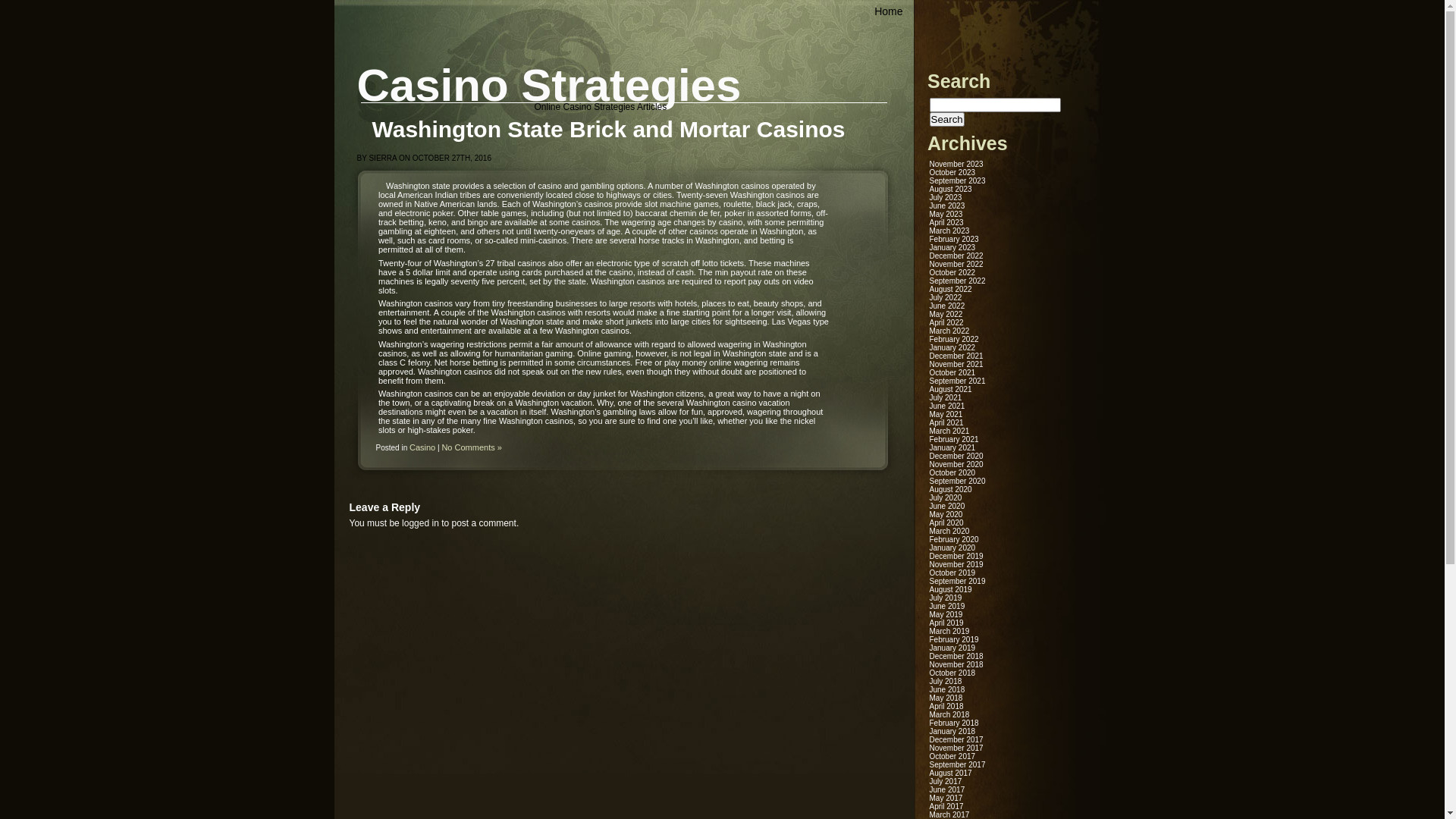 This screenshot has width=1456, height=819. Describe the element at coordinates (946, 797) in the screenshot. I see `'May 2017'` at that location.